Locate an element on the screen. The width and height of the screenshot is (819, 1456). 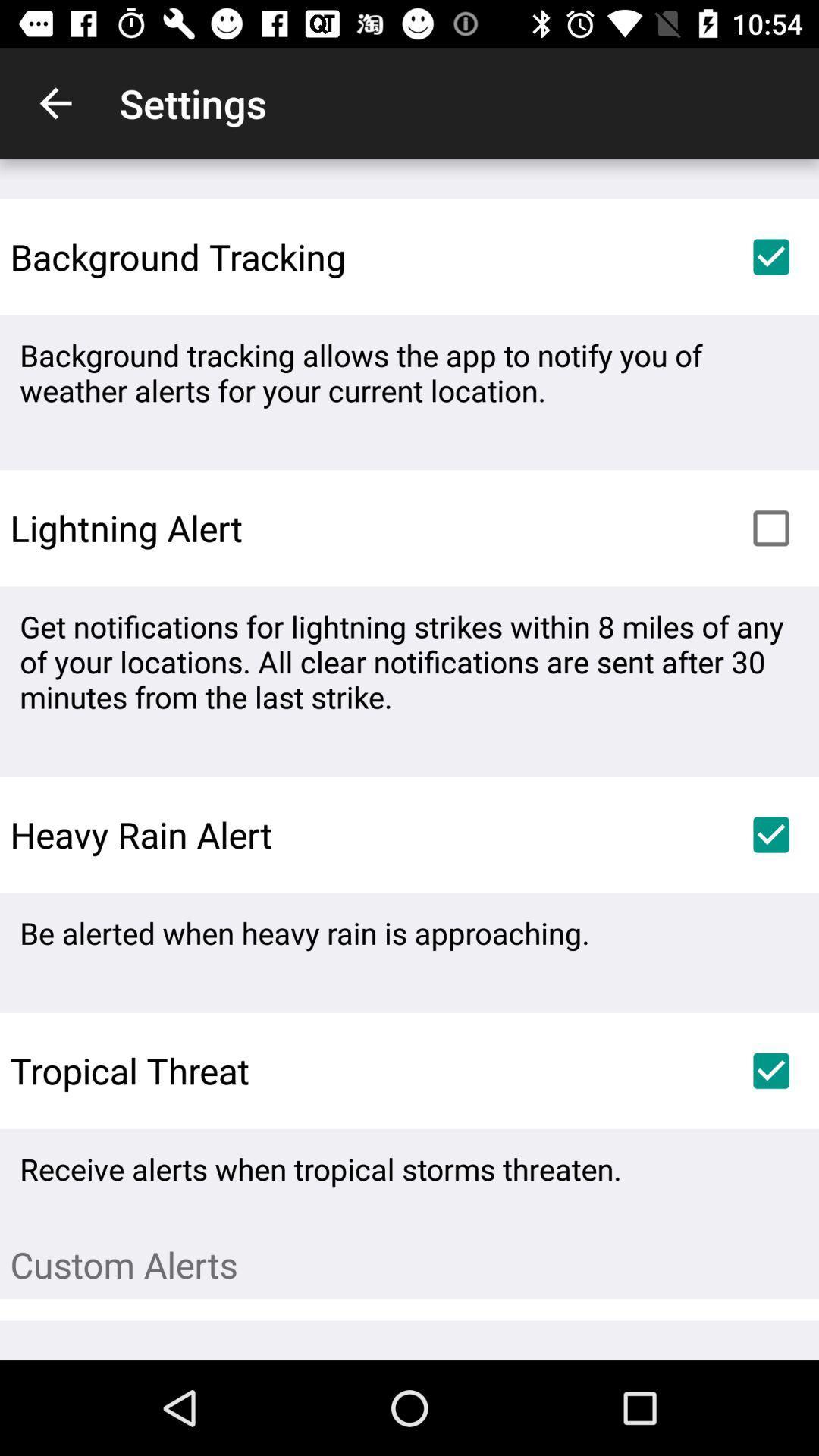
the checkbox at the top right corner is located at coordinates (771, 257).